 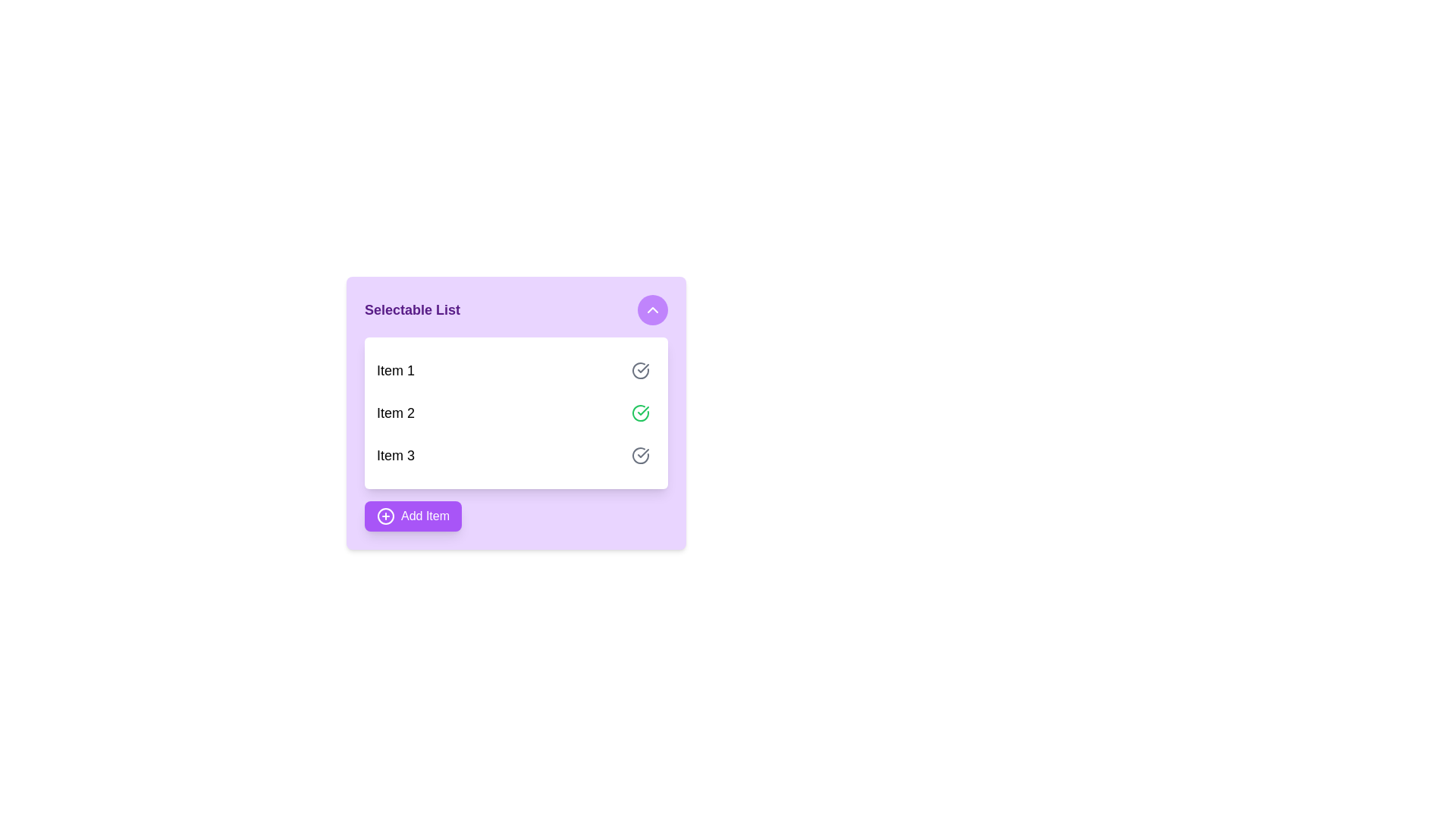 What do you see at coordinates (385, 516) in the screenshot?
I see `the circular icon with a plus sign representing the addition action, located to the left of the text 'Add Item' within the purple 'Add Item' button` at bounding box center [385, 516].